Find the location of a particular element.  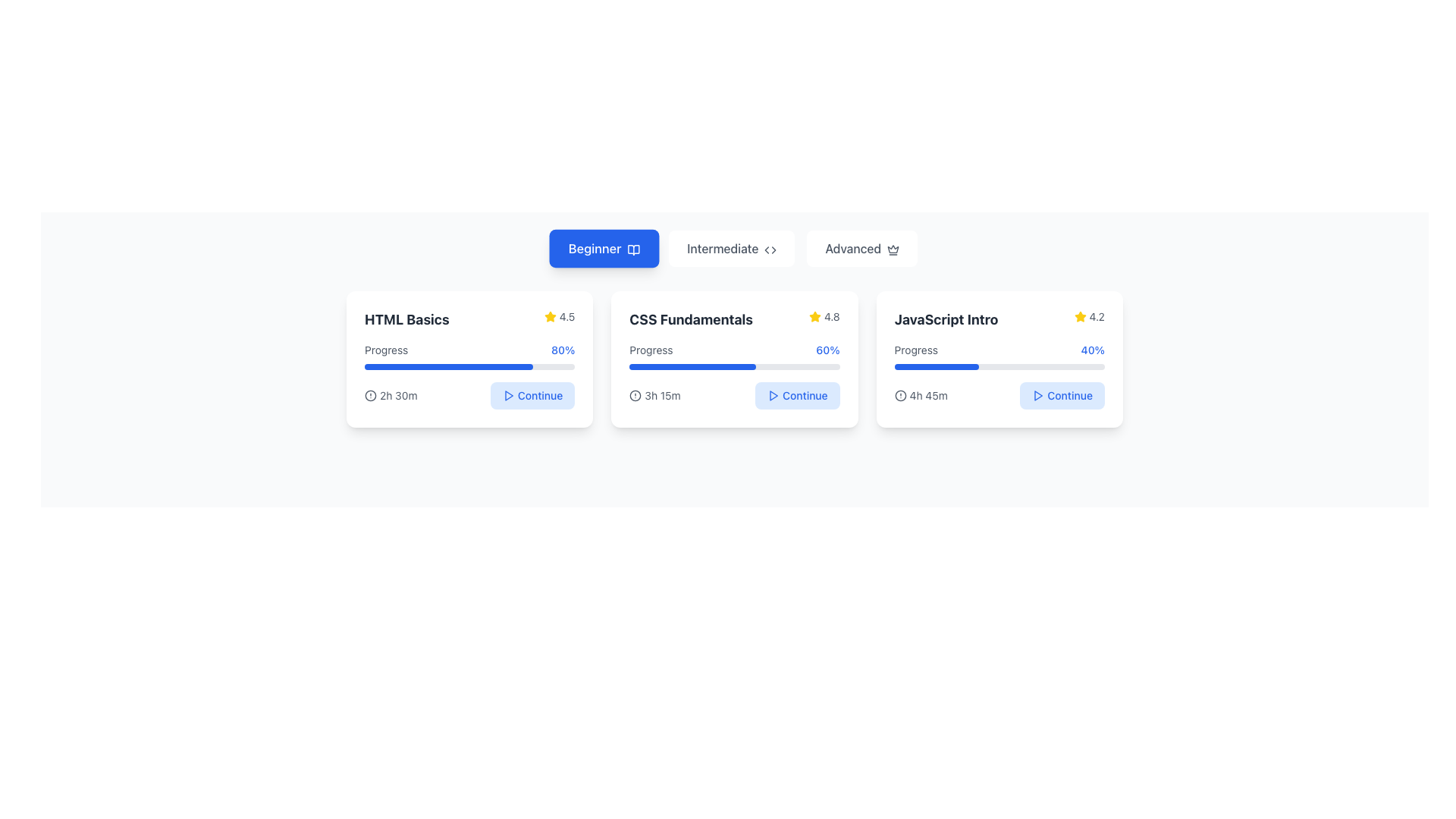

the circular alert icon located within the 'JavaScript Intro' card, positioned to the left of the text '4h 45m' is located at coordinates (900, 394).